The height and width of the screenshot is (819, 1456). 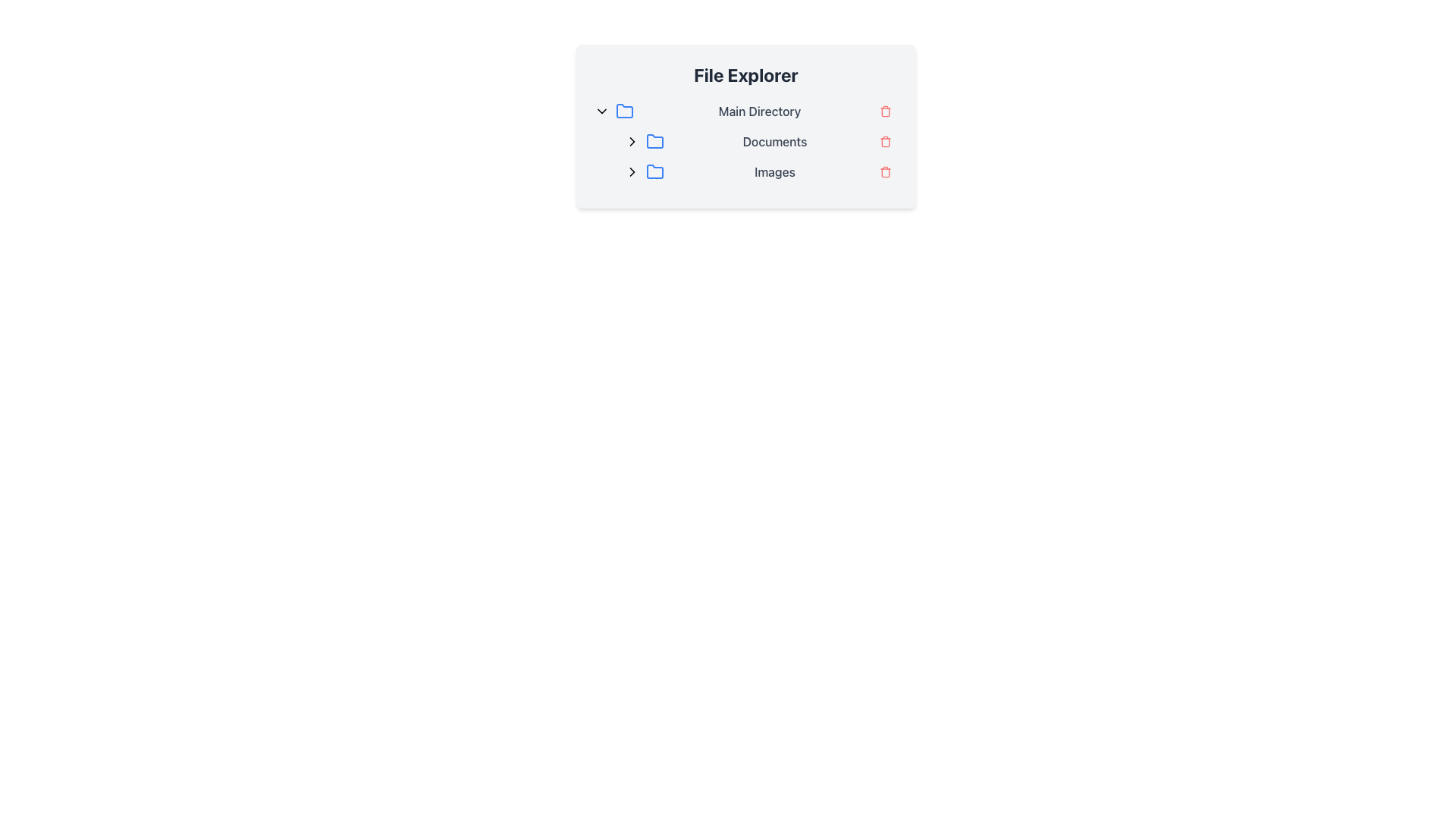 What do you see at coordinates (752, 141) in the screenshot?
I see `to select the 'Documents' folder in the File Explorer, which is the second folder listing between 'Main Directory' and 'Images'` at bounding box center [752, 141].